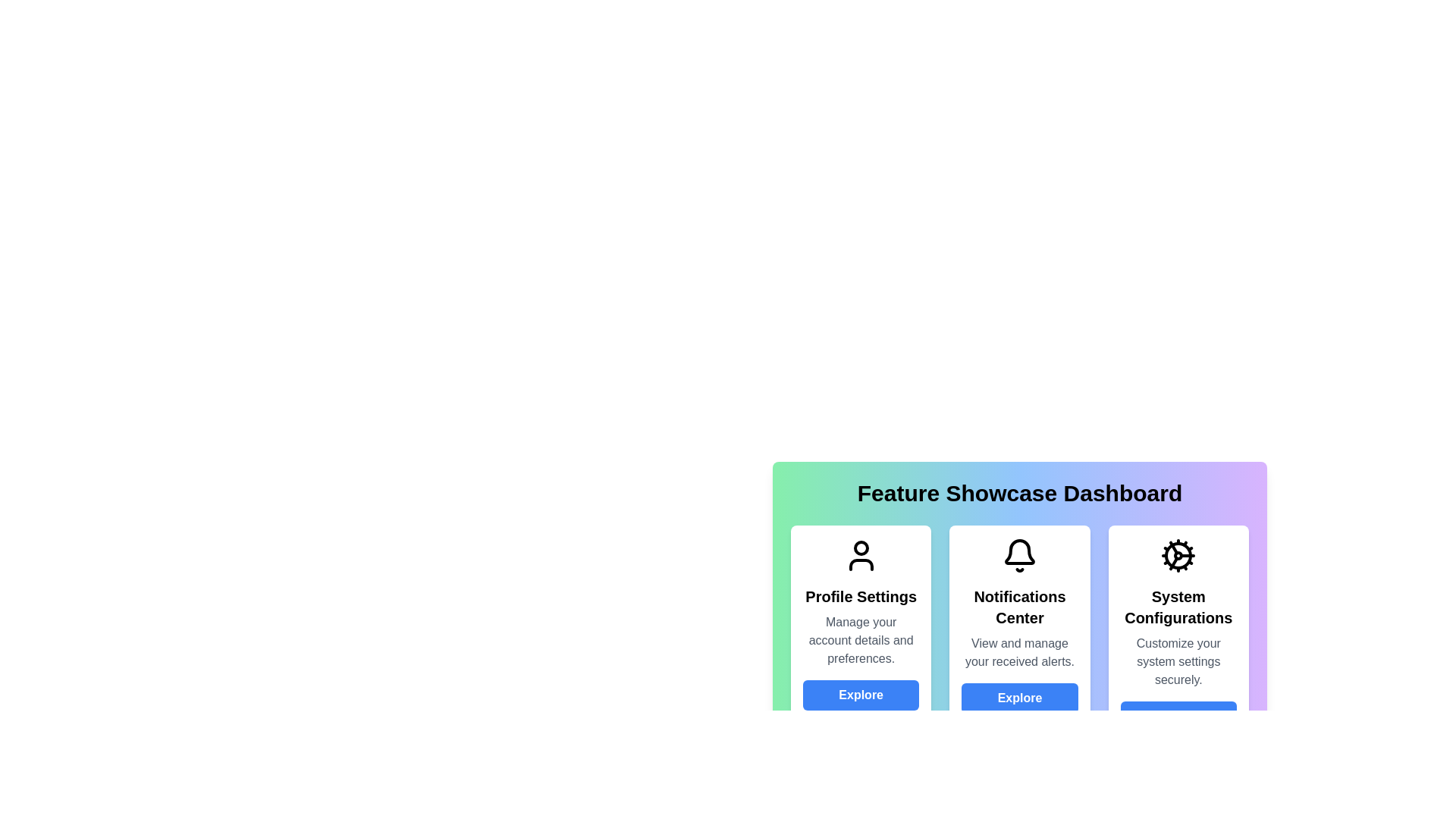 Image resolution: width=1456 pixels, height=819 pixels. What do you see at coordinates (1178, 661) in the screenshot?
I see `text block containing the message 'Customize your system settings securely.' located below the heading 'System Configurations' and above the button labeled 'Explore.'` at bounding box center [1178, 661].